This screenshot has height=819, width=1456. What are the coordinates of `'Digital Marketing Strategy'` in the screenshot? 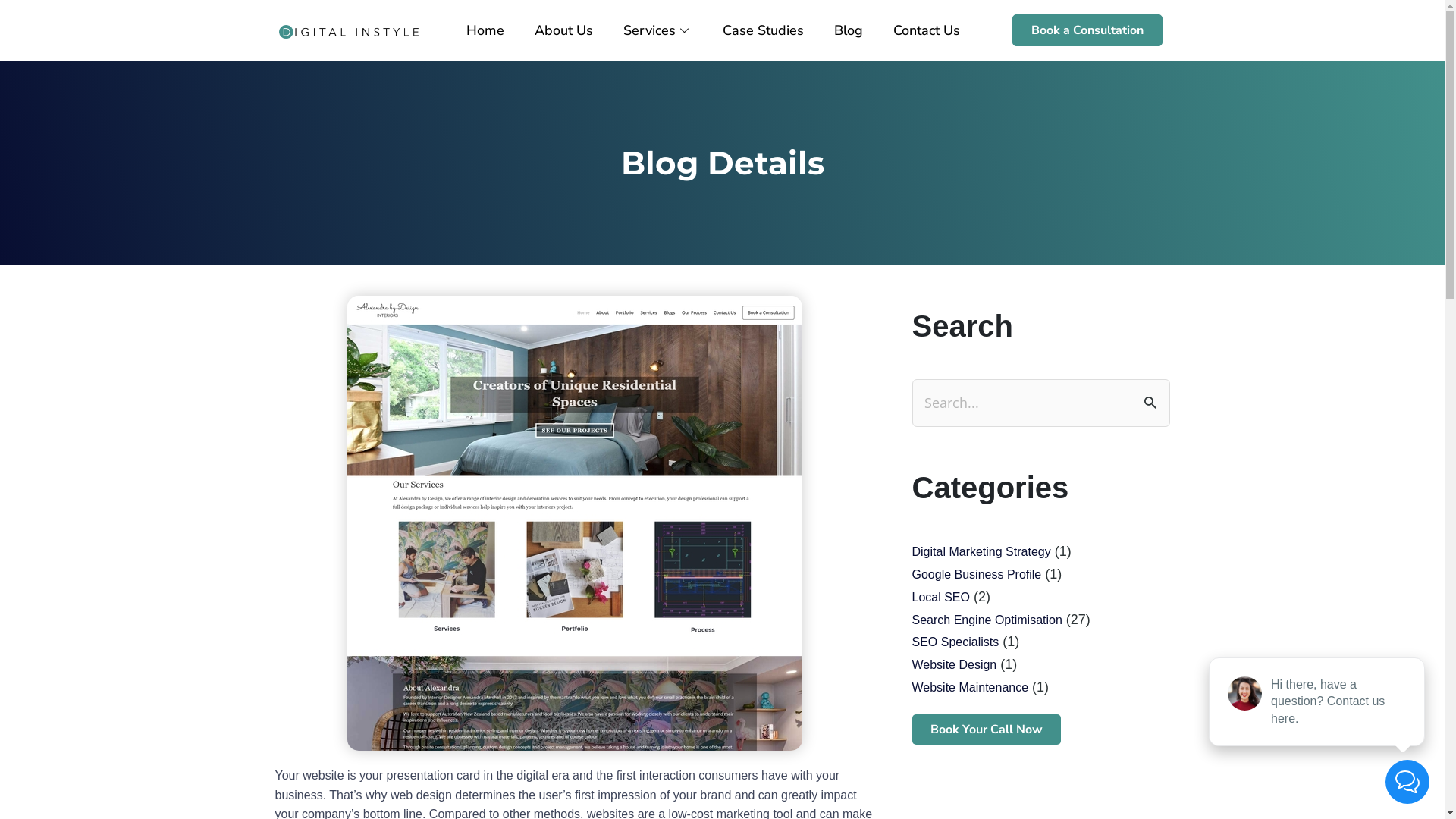 It's located at (981, 551).